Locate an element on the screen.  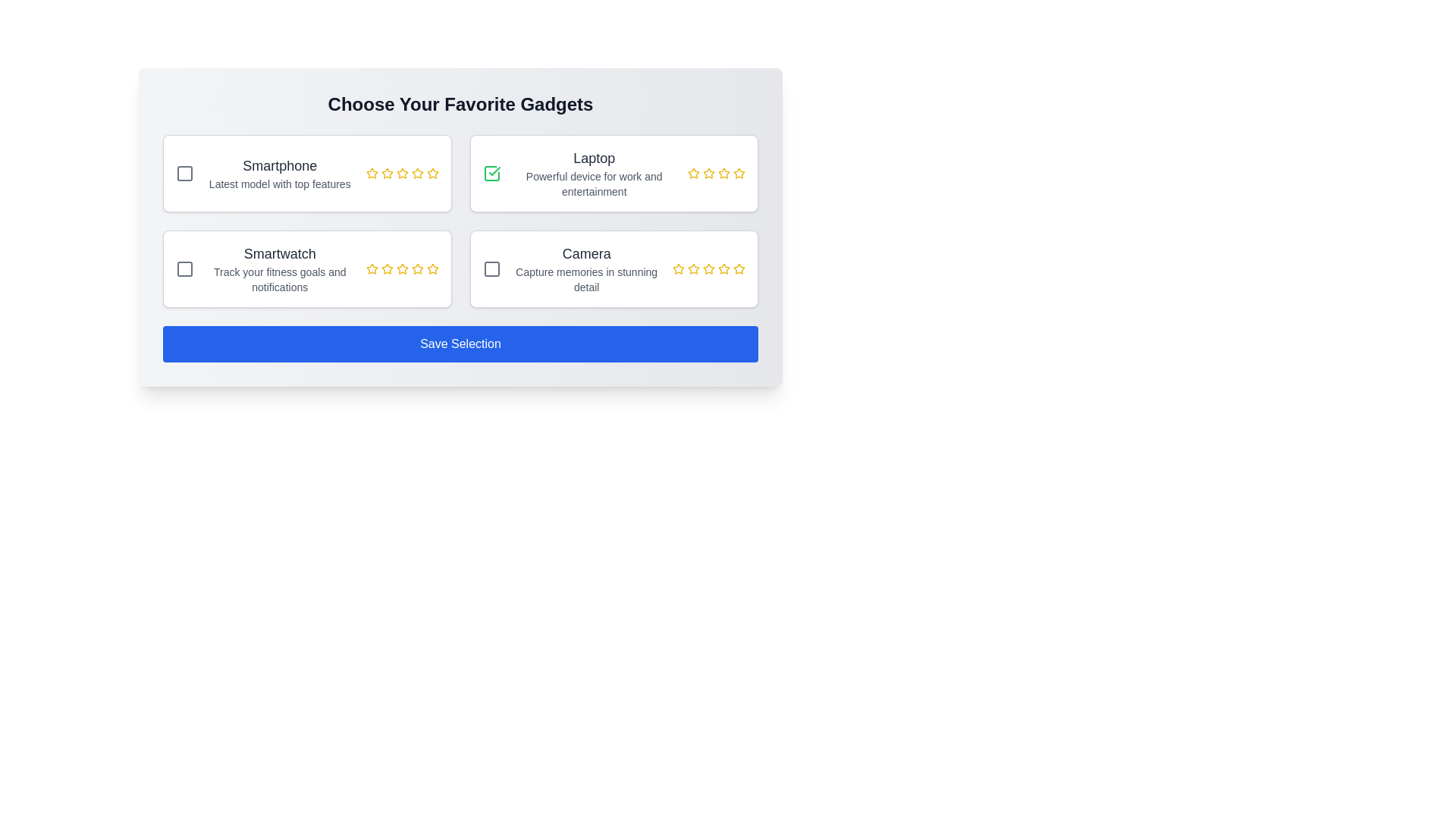
the fourth star icon is located at coordinates (723, 172).